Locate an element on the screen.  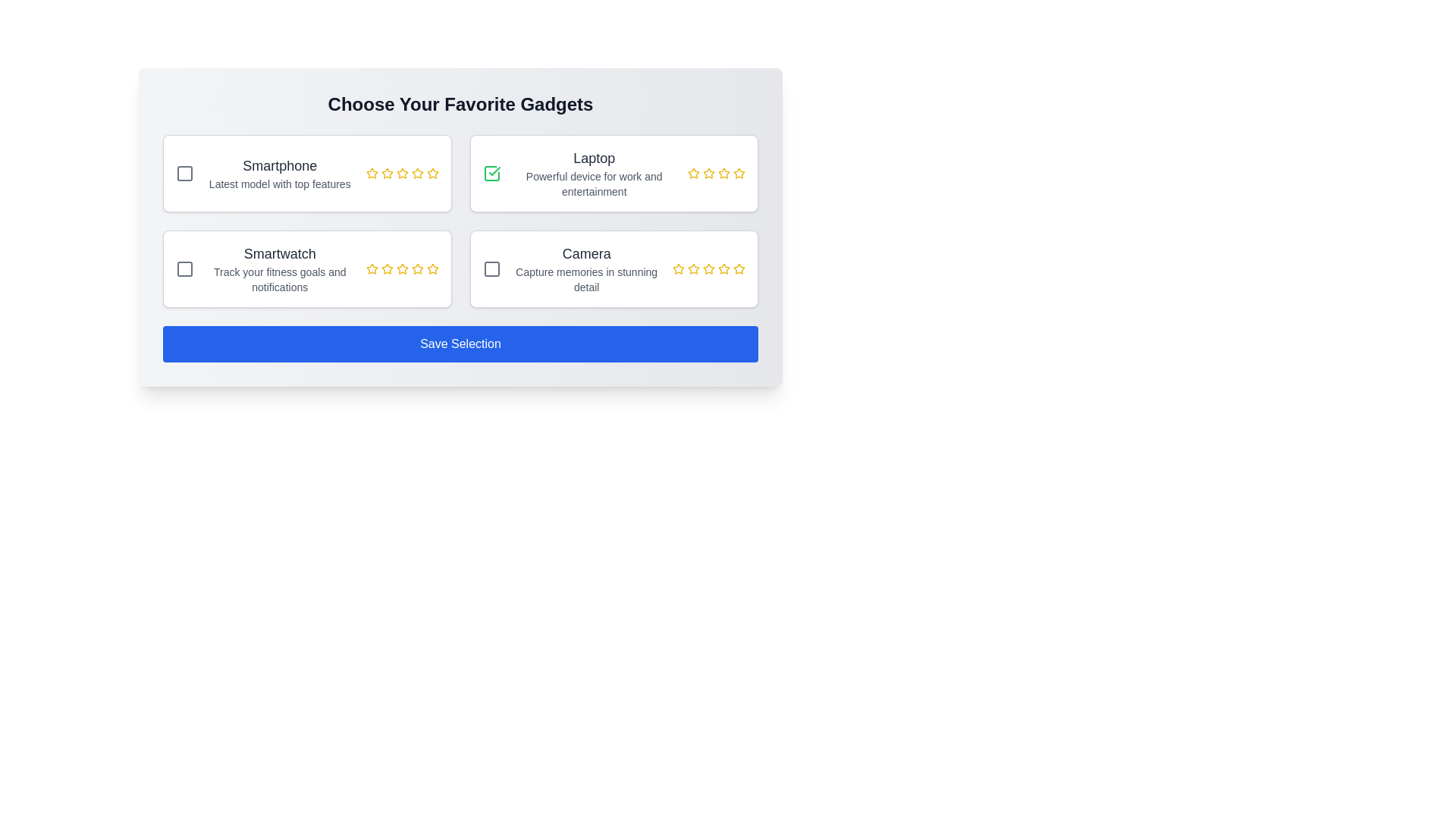
the fourth star icon is located at coordinates (723, 172).